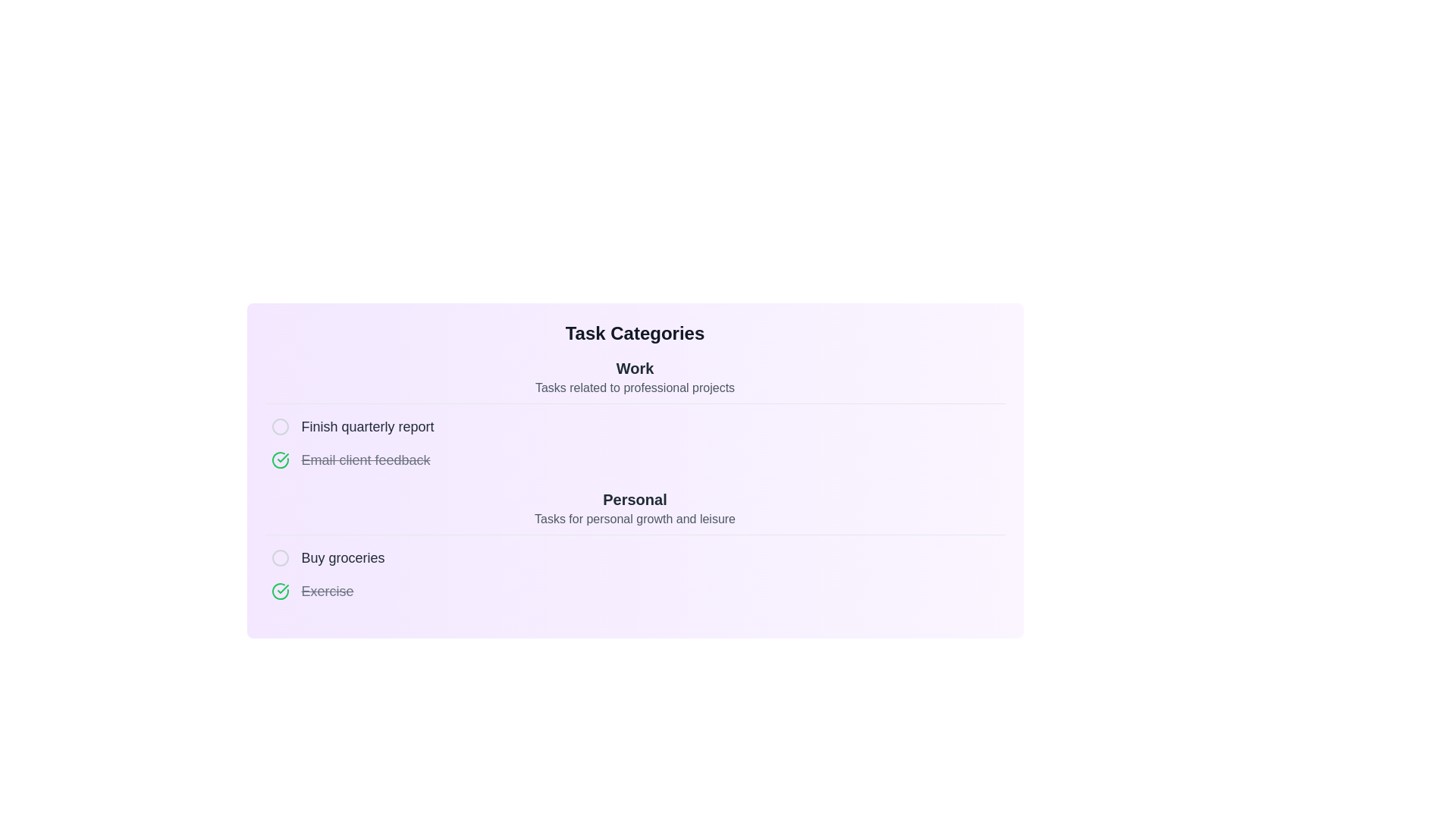  What do you see at coordinates (635, 380) in the screenshot?
I see `the Header with a subtitle that describes and categorizes tasks under the label 'Work', positioned above the task items and below the title labeled 'Task Categories'` at bounding box center [635, 380].